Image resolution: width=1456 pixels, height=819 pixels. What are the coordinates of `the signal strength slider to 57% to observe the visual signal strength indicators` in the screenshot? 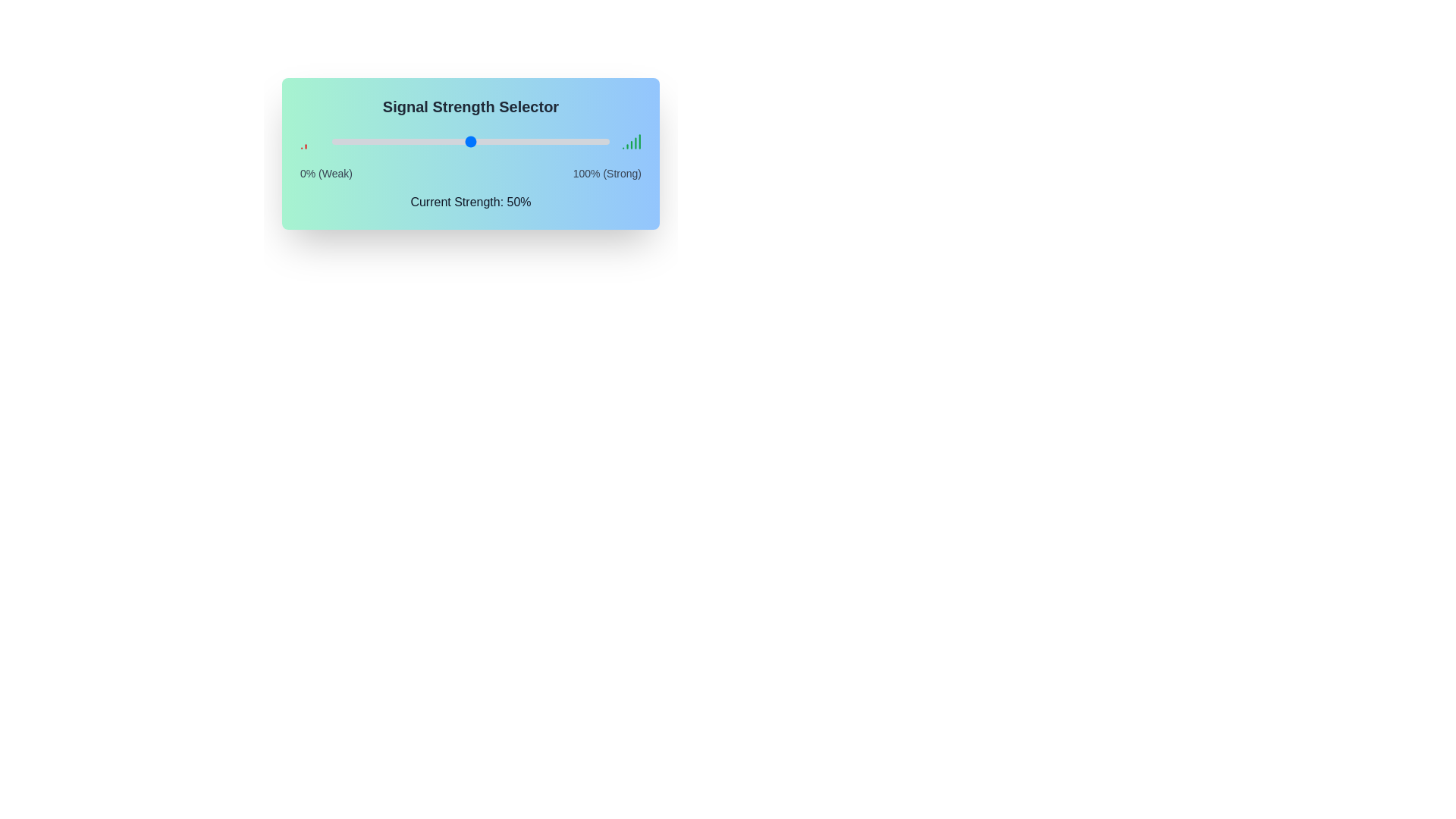 It's located at (490, 141).